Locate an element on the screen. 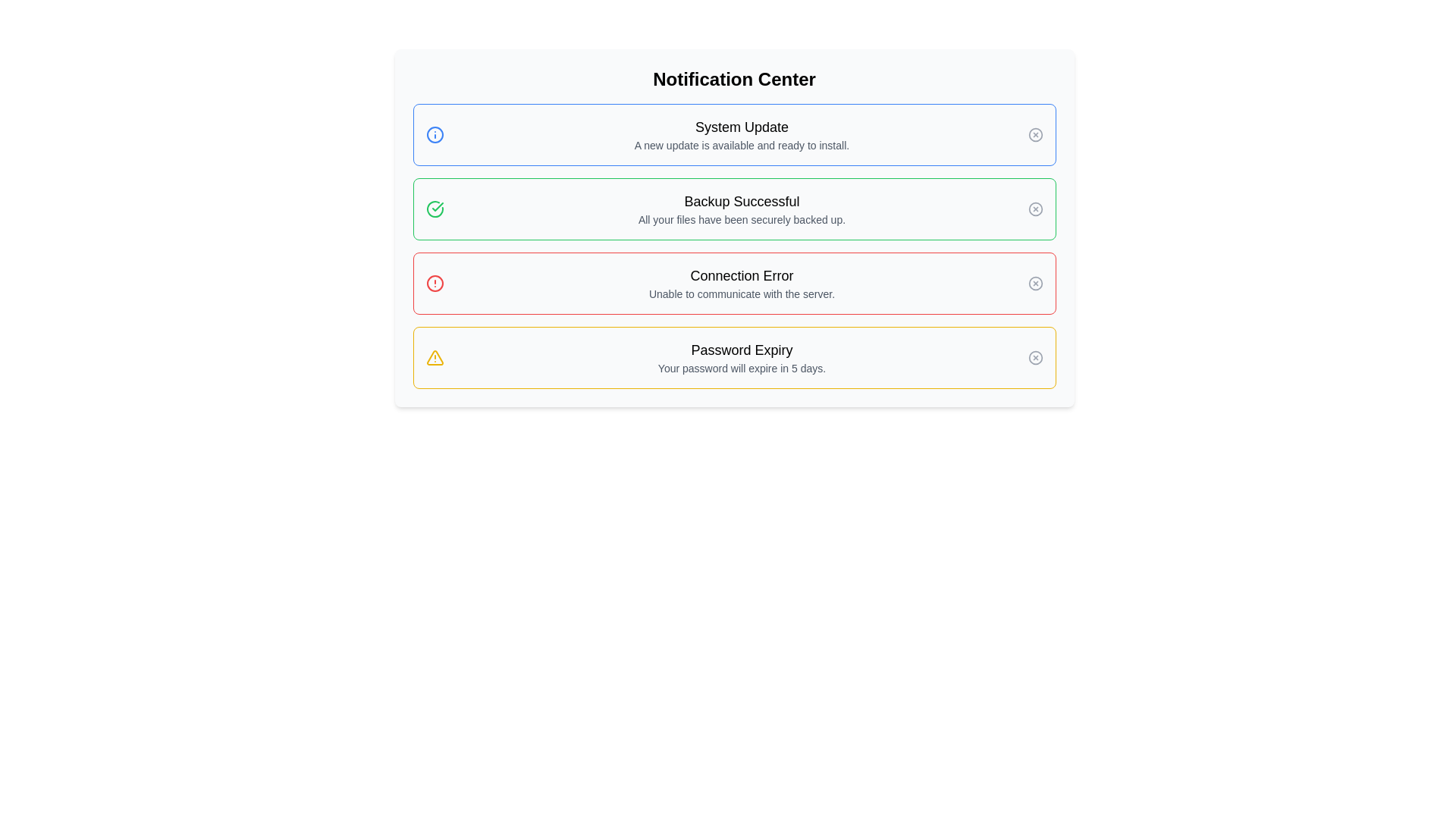  the circular icon button with an 'X' symbol located at the bottom-right corner of the 'Connection Error' notification box to change its color is located at coordinates (1034, 284).